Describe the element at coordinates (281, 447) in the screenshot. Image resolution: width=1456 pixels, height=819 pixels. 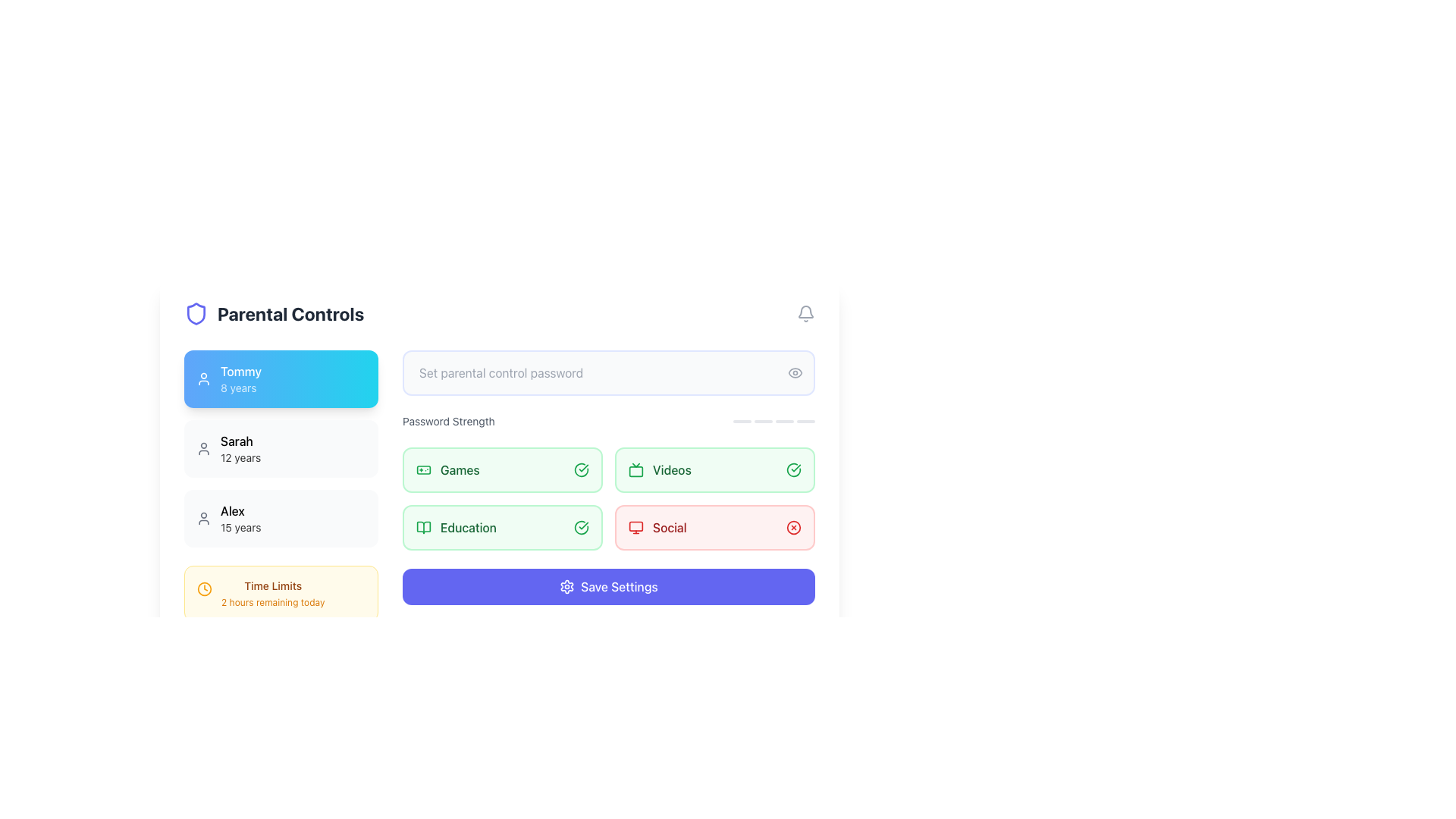
I see `the user information card for Sarah, which is the second item in the vertical list of user cards` at that location.